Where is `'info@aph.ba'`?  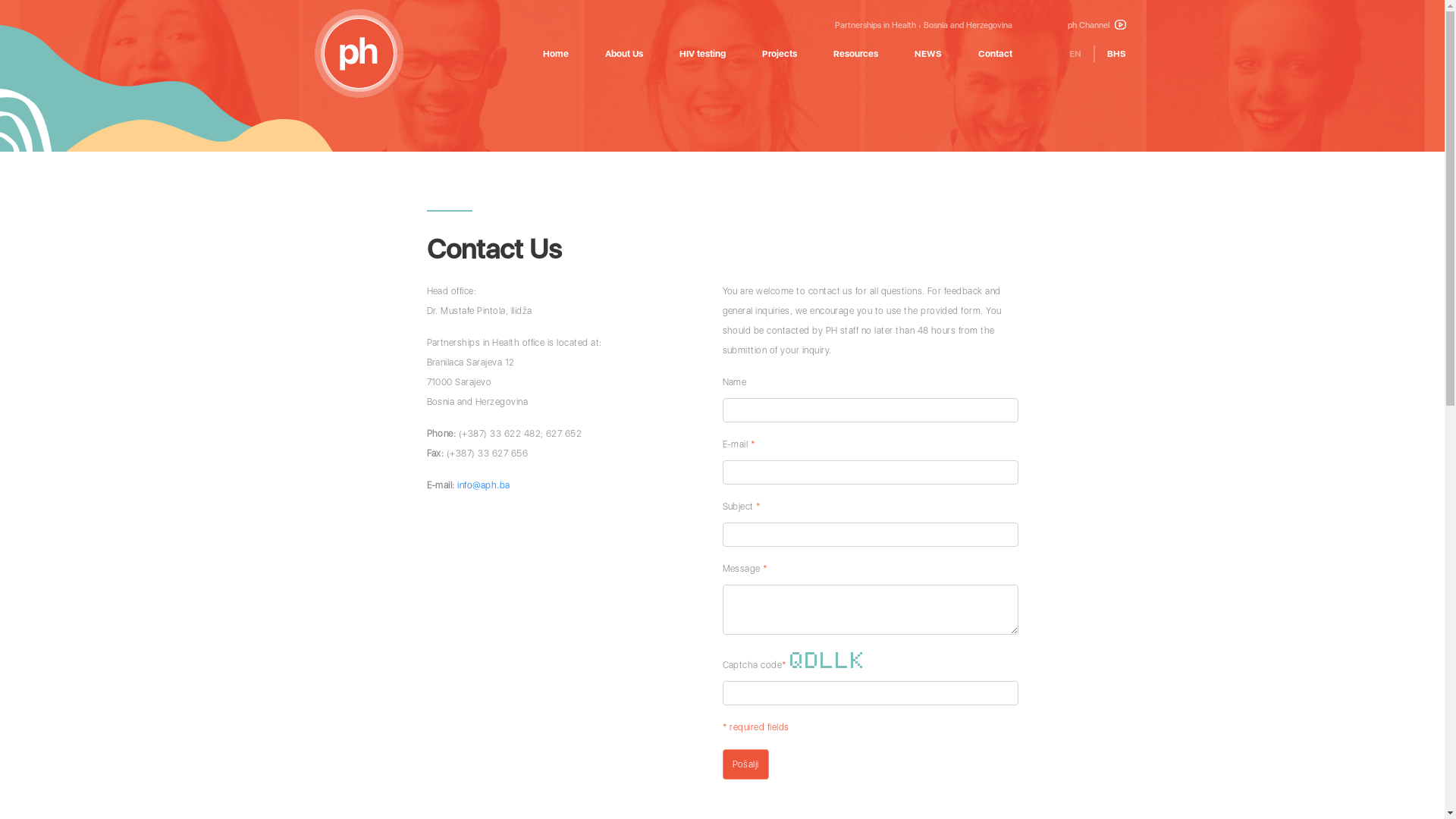 'info@aph.ba' is located at coordinates (482, 485).